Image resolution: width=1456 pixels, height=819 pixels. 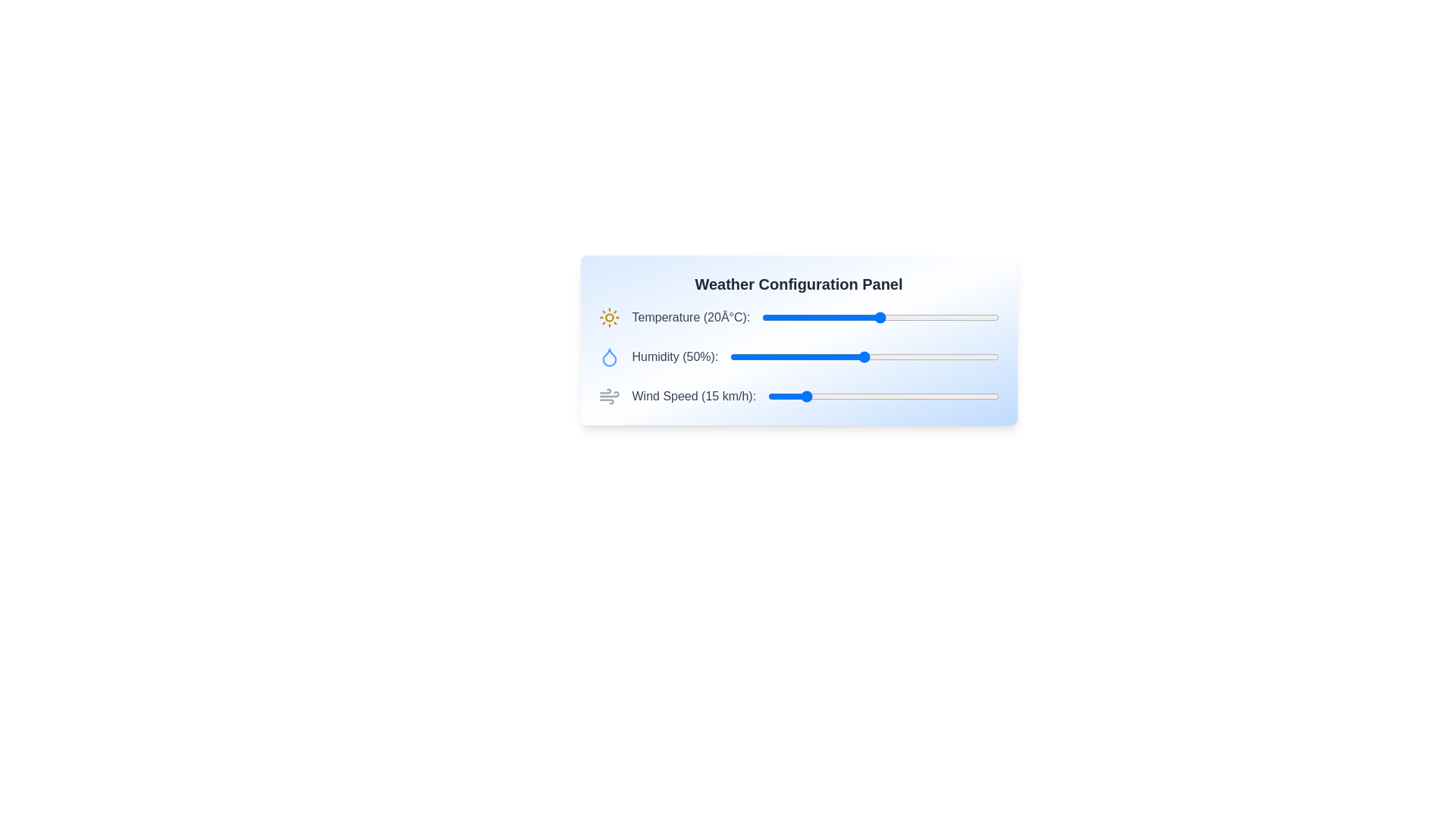 What do you see at coordinates (963, 396) in the screenshot?
I see `the wind speed slider to 85 km/h` at bounding box center [963, 396].